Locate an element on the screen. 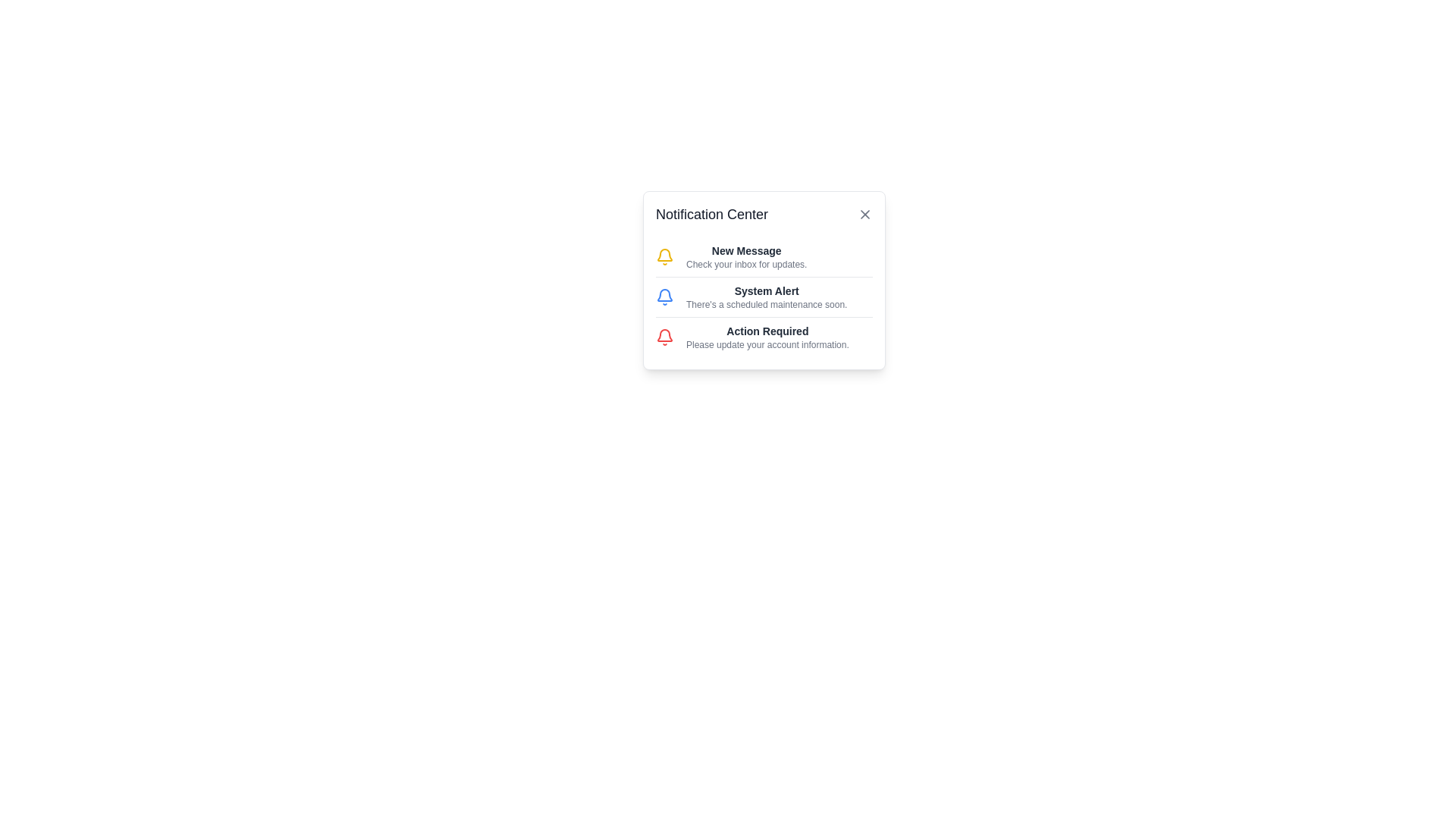 This screenshot has height=819, width=1456. the title text label of the notification, which serves as a heading and provides a quick summary of the notification content is located at coordinates (746, 250).